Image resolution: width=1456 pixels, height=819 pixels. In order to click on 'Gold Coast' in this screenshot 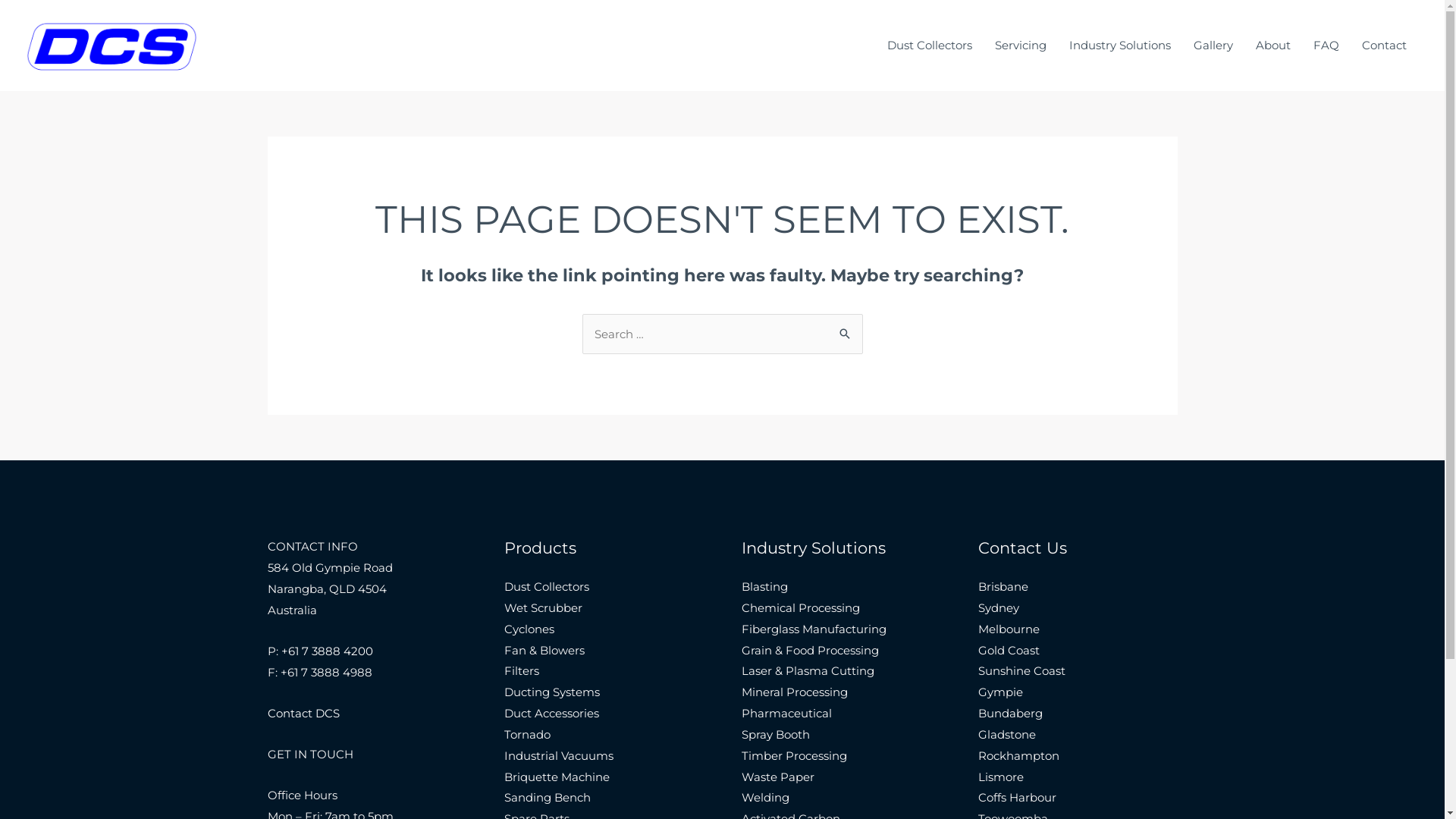, I will do `click(1009, 649)`.